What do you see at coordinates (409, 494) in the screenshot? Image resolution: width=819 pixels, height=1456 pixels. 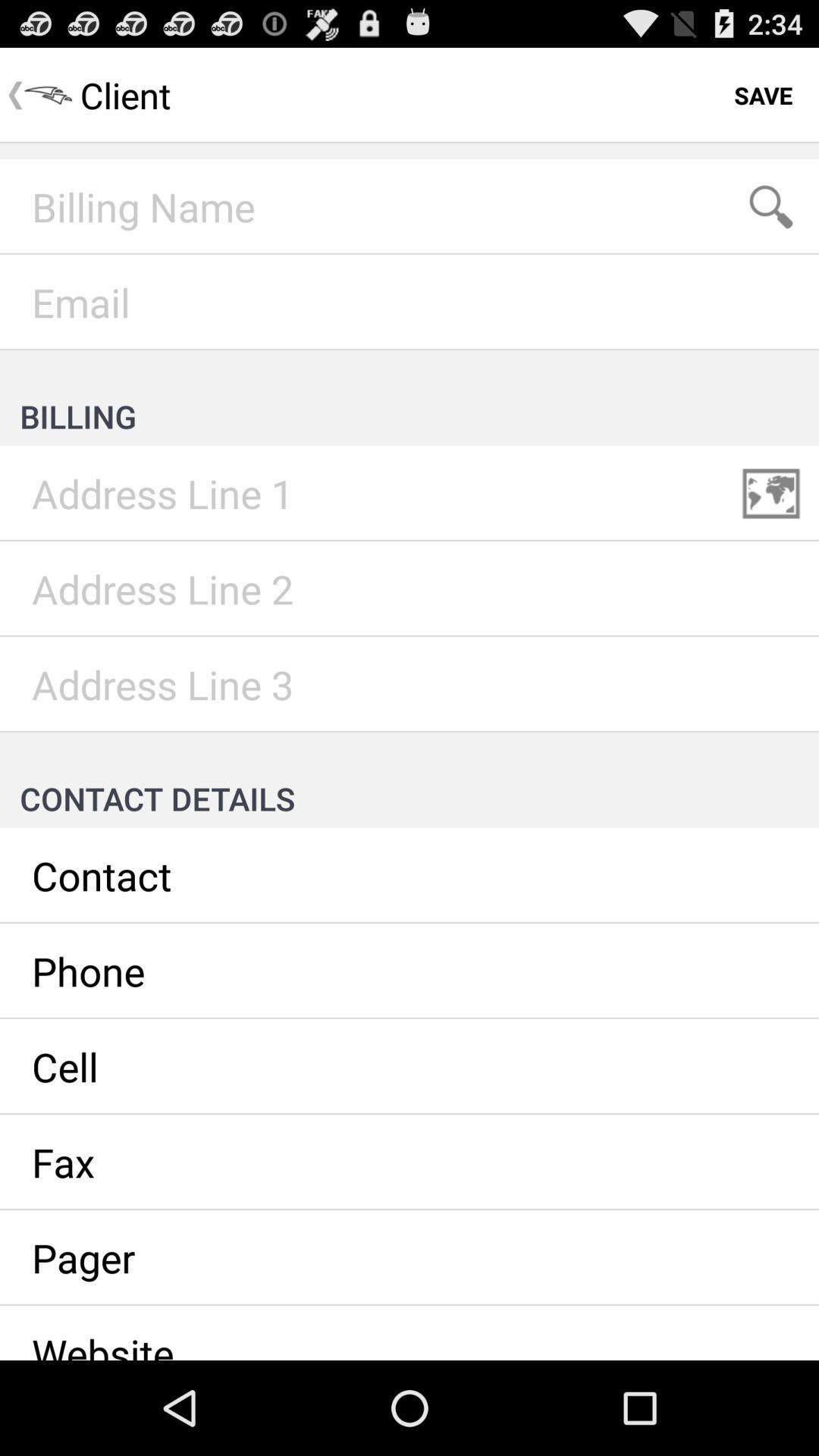 I see `textbox for first address line` at bounding box center [409, 494].